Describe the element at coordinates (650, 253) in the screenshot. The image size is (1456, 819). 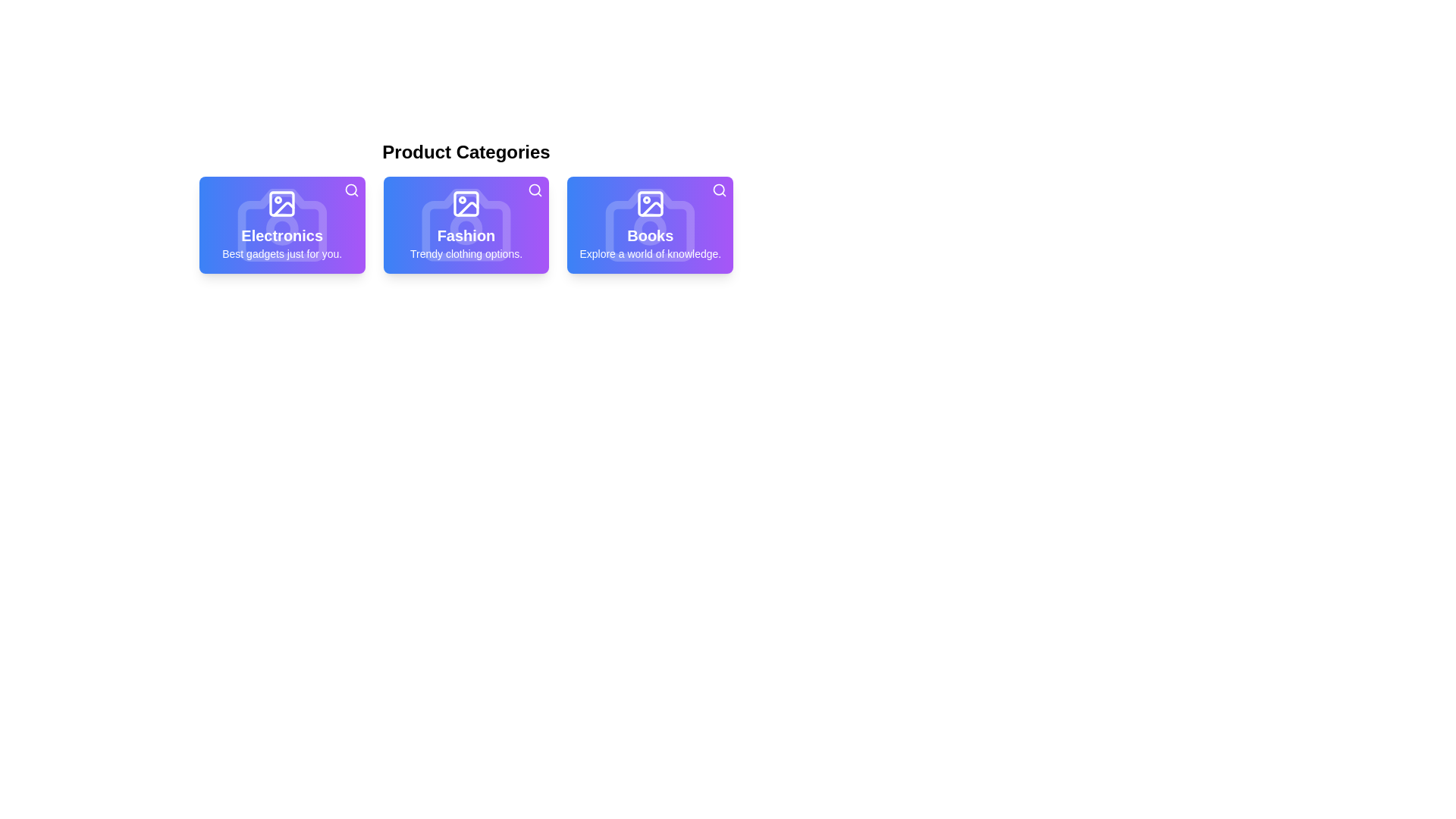
I see `descriptive text that provides additional context for the 'Books' category, located in the lower section of the card labeled 'Books' on the right side of a three-card row` at that location.